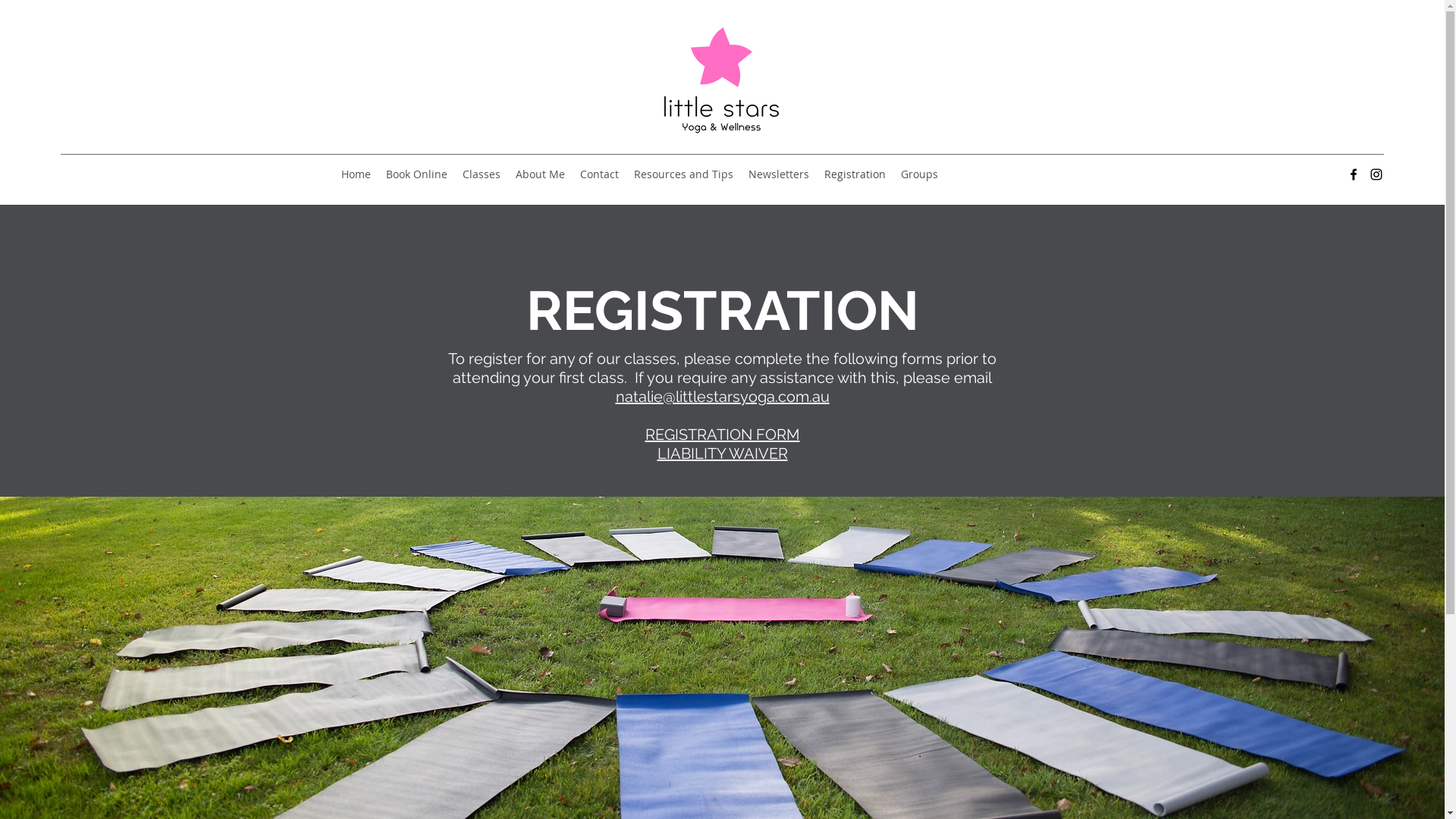 The width and height of the screenshot is (1456, 819). I want to click on 'Registration', so click(855, 174).